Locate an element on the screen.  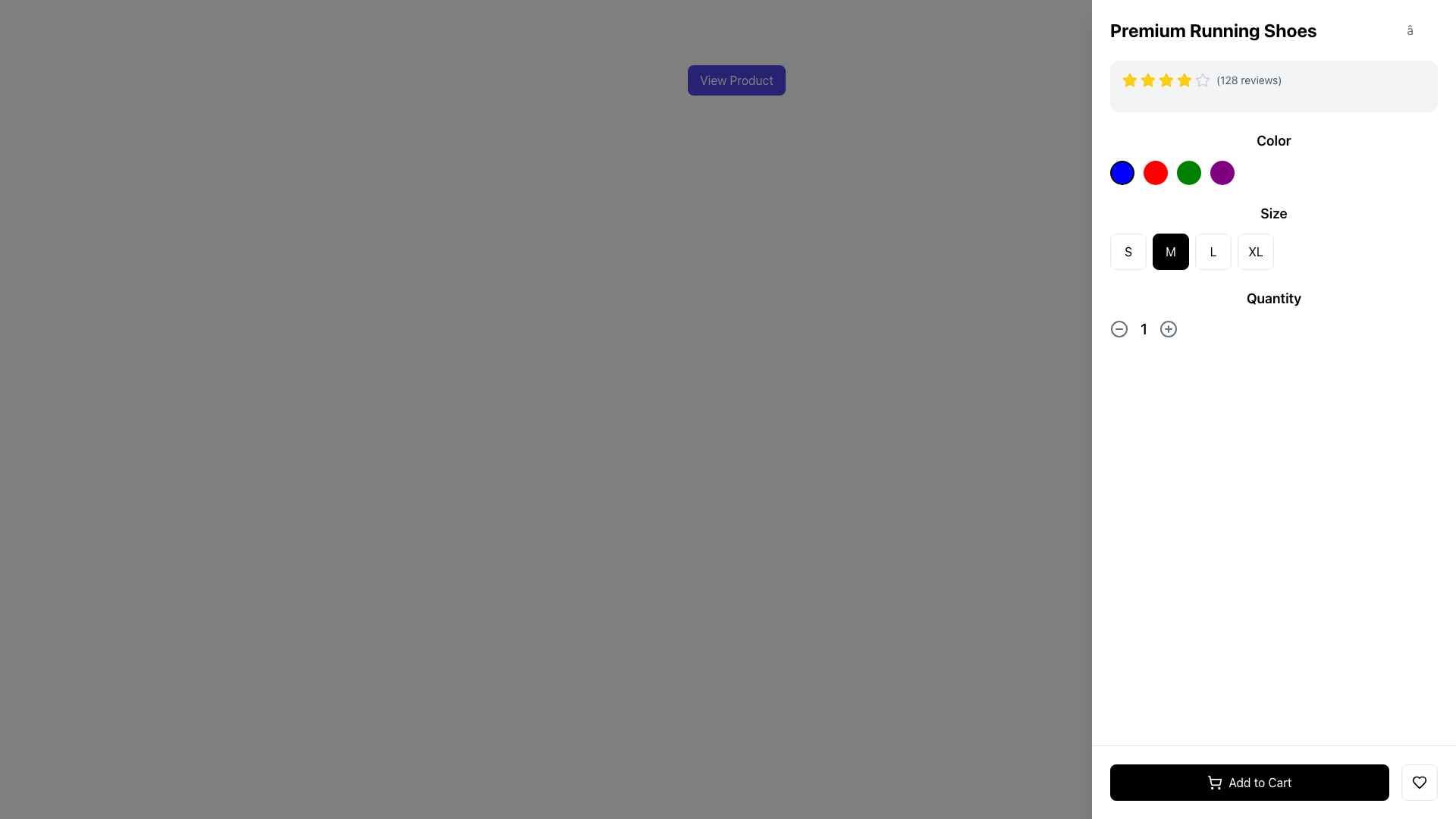
the second star icon in the rating system is located at coordinates (1165, 80).